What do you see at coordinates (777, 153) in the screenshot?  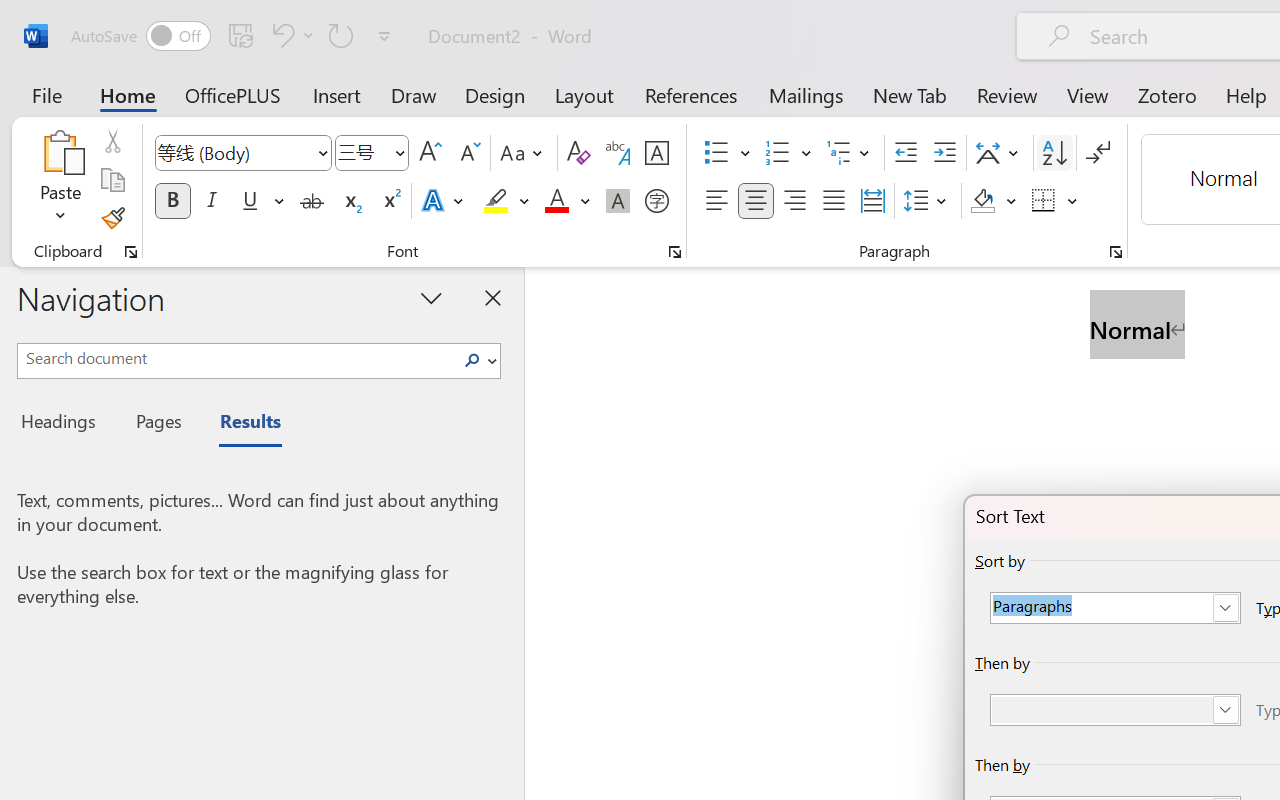 I see `'Numbering'` at bounding box center [777, 153].